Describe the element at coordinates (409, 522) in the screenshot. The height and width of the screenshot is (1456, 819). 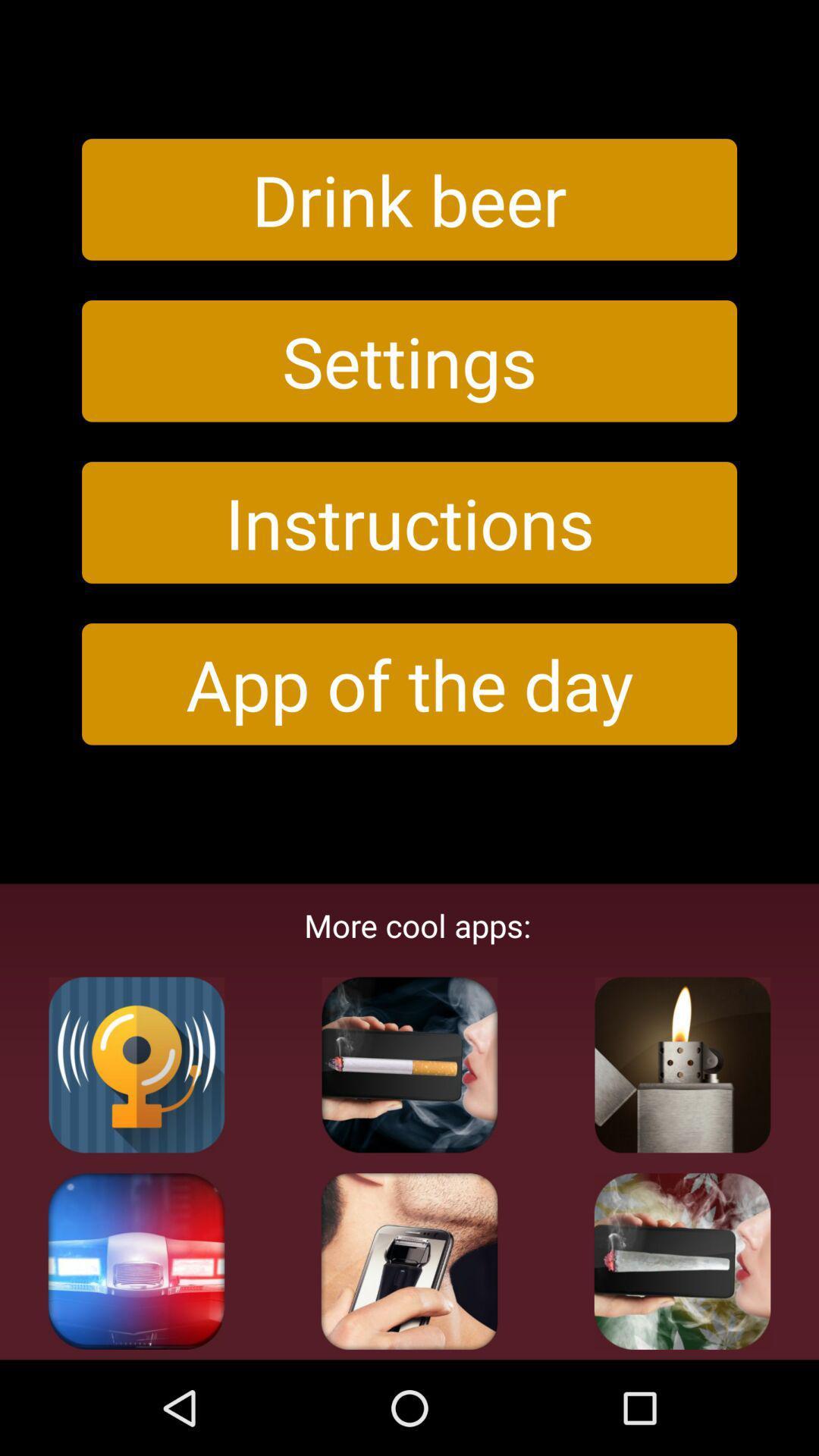
I see `the instructions item` at that location.